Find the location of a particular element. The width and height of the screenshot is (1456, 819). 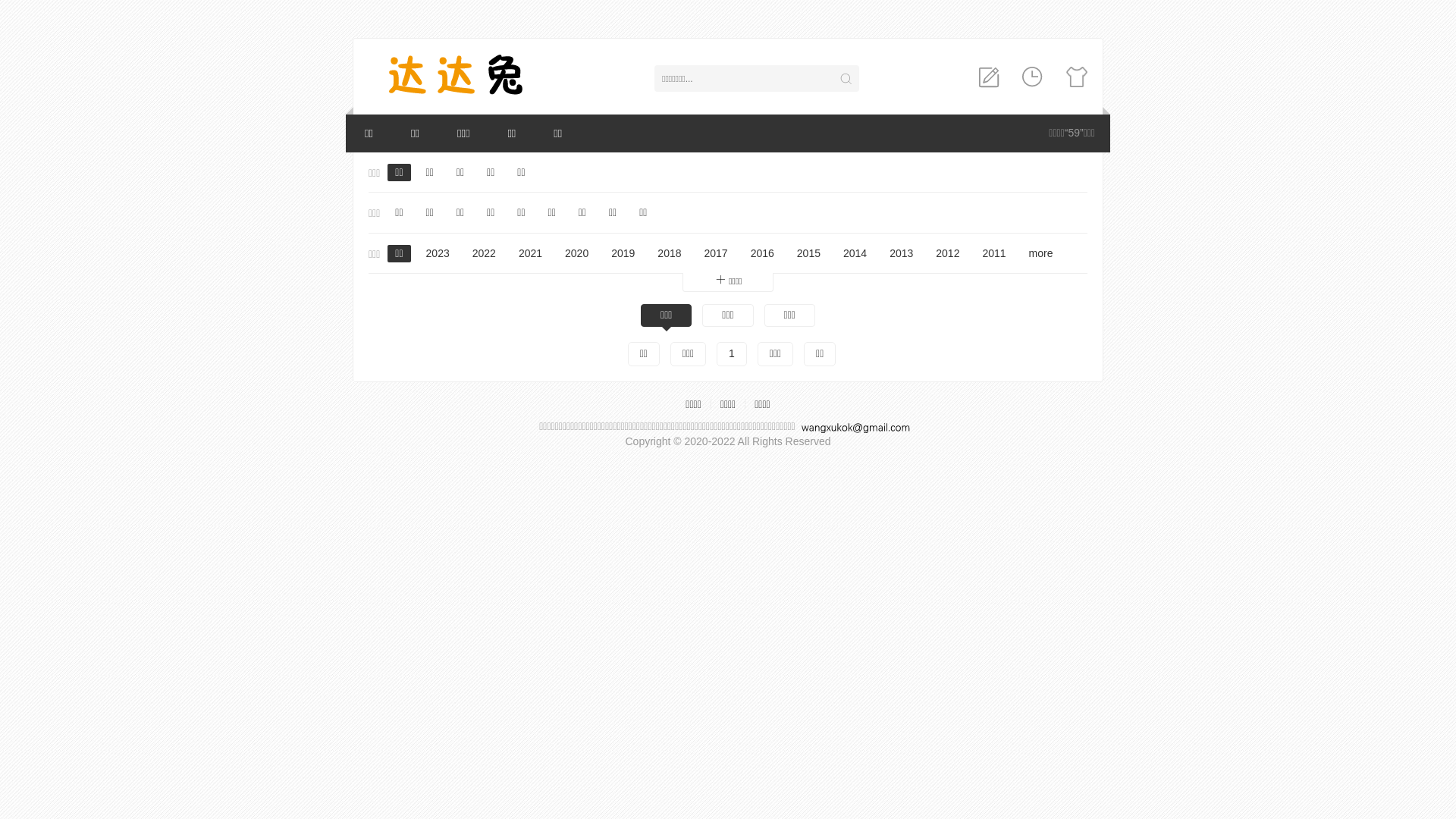

'2018' is located at coordinates (668, 253).